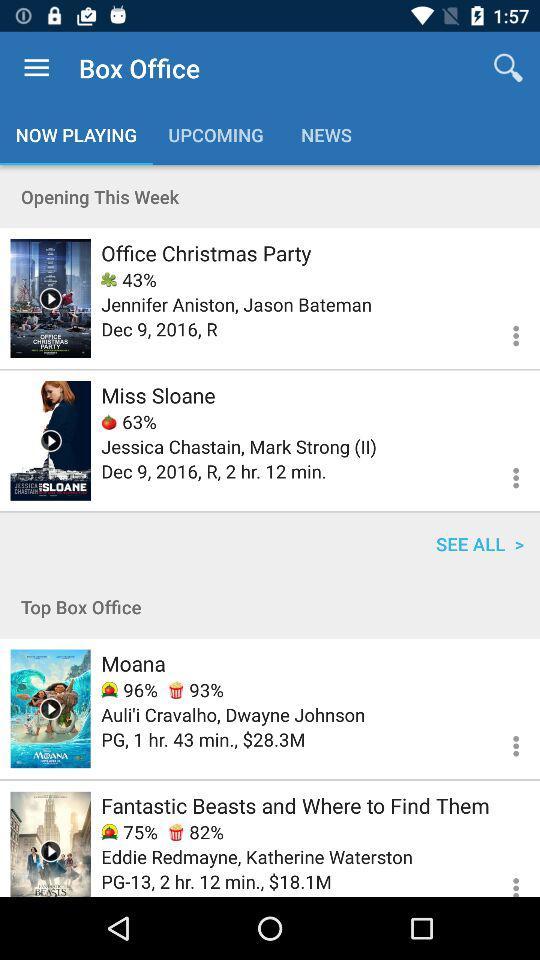  I want to click on fantastic beasts and item, so click(294, 805).